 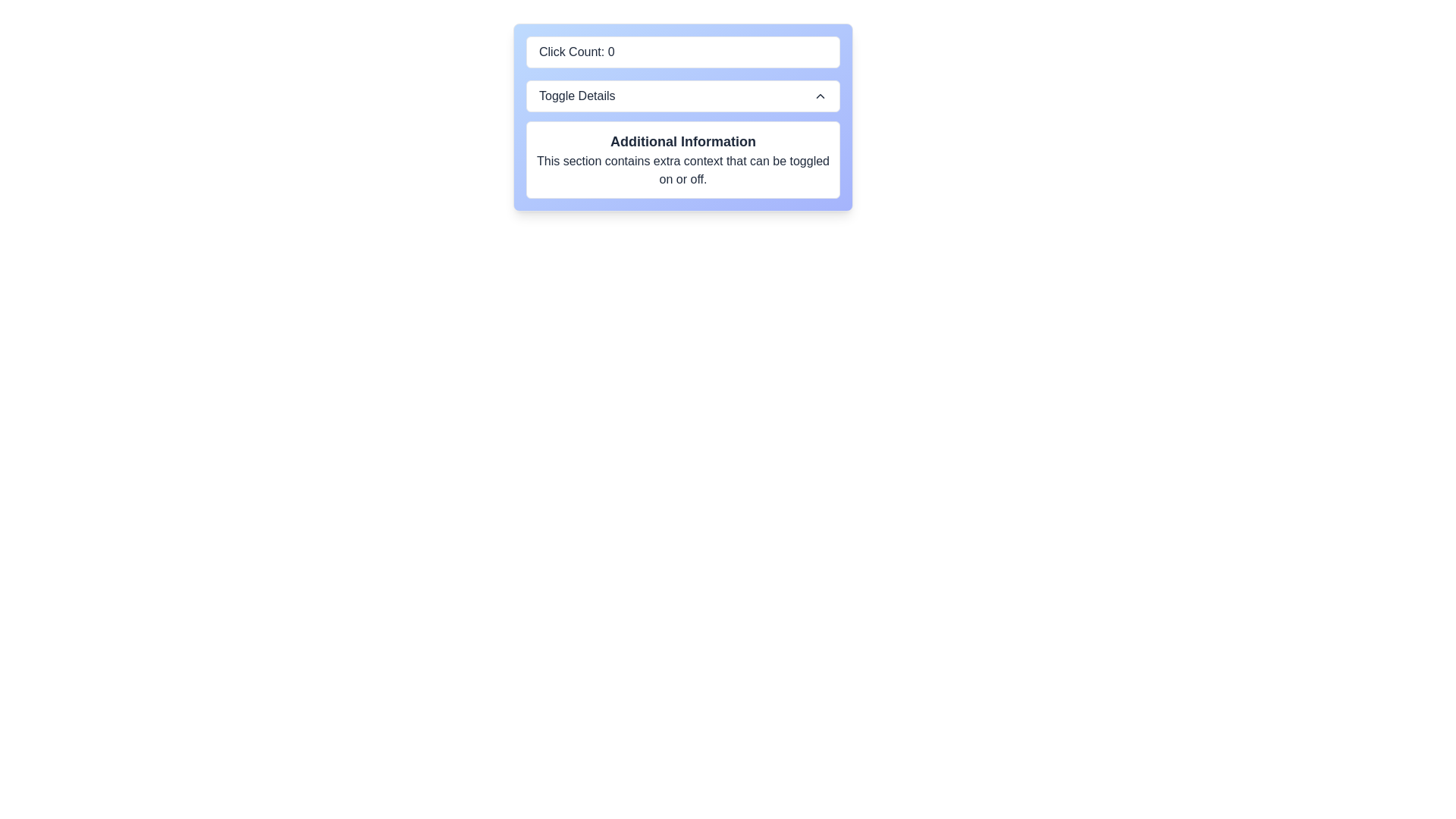 I want to click on the 'Toggle Details' button, which is a rectangular button with a white background and a blue-gray border, located below the 'Click Count: 0' button and above the 'Additional Information' section, so click(x=682, y=96).